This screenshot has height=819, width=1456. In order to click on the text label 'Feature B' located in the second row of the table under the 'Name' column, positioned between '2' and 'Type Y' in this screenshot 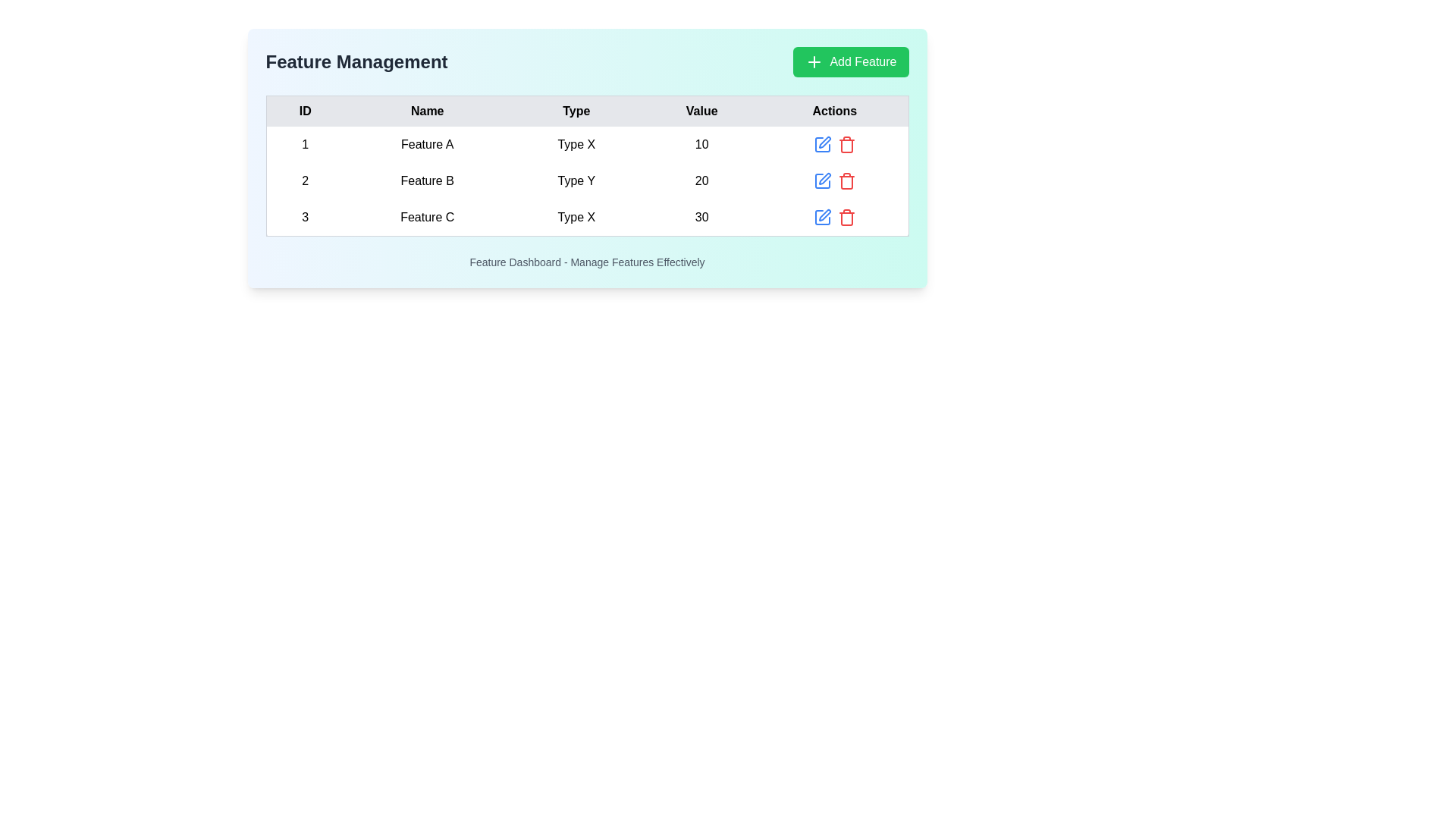, I will do `click(426, 180)`.